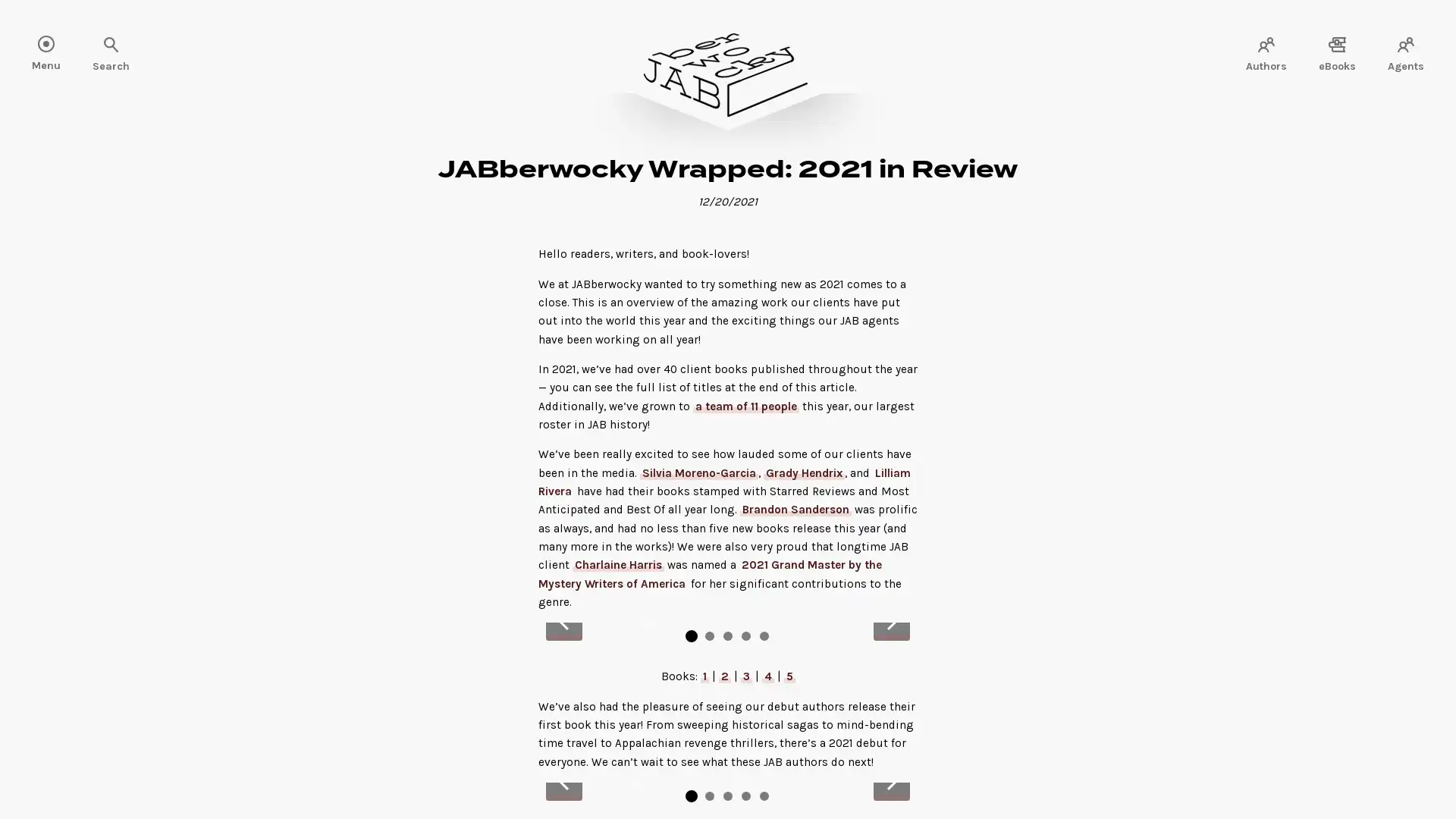 The height and width of the screenshot is (819, 1456). I want to click on Go to slide 5, so click(764, 636).